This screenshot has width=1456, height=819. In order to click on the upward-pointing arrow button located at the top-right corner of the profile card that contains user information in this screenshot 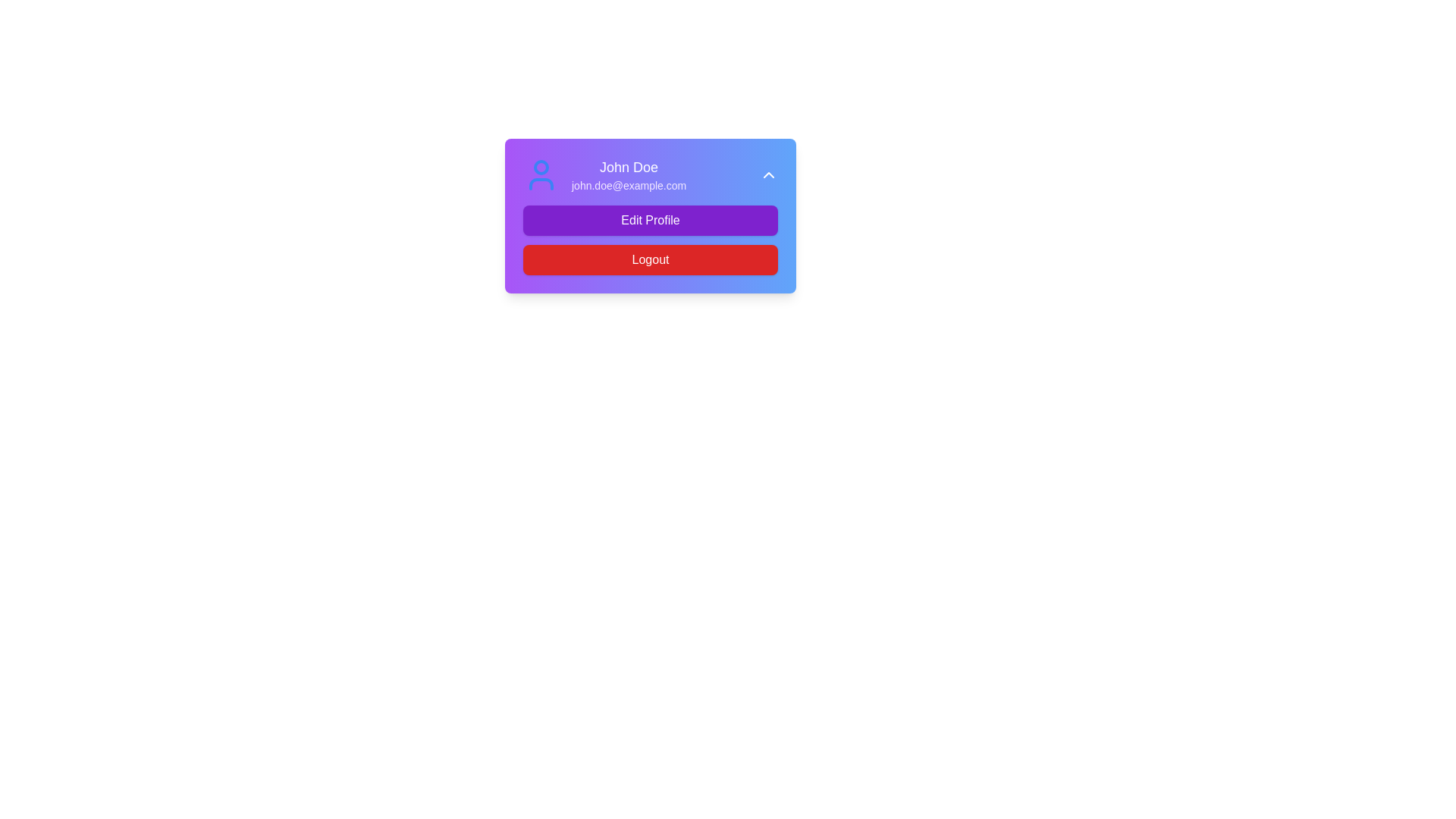, I will do `click(768, 174)`.